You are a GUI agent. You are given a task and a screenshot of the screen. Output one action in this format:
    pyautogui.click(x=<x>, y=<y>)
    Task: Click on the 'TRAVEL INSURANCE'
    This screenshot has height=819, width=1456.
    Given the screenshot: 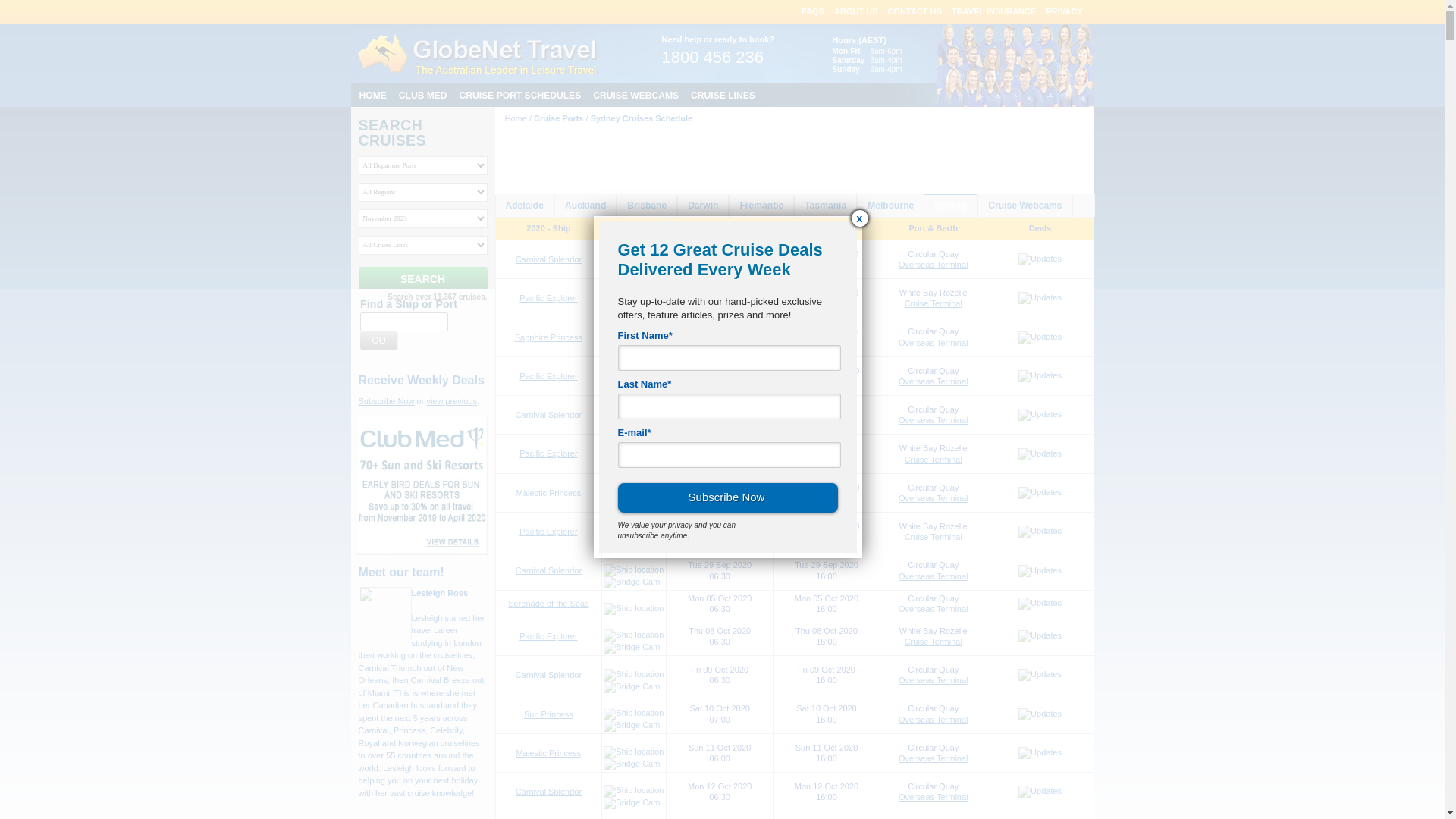 What is the action you would take?
    pyautogui.click(x=993, y=11)
    